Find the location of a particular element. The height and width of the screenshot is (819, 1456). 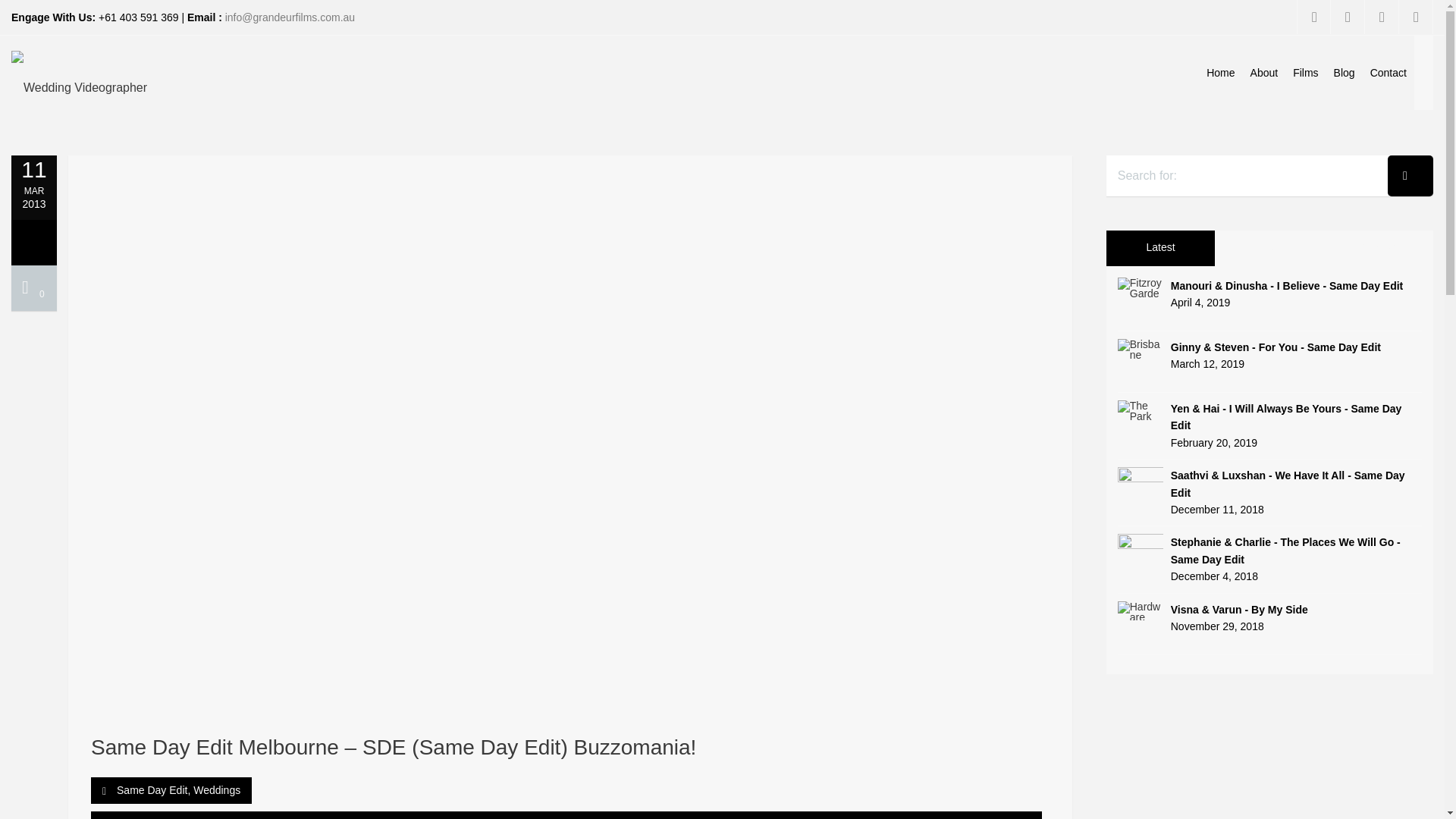

'Films' is located at coordinates (1304, 73).